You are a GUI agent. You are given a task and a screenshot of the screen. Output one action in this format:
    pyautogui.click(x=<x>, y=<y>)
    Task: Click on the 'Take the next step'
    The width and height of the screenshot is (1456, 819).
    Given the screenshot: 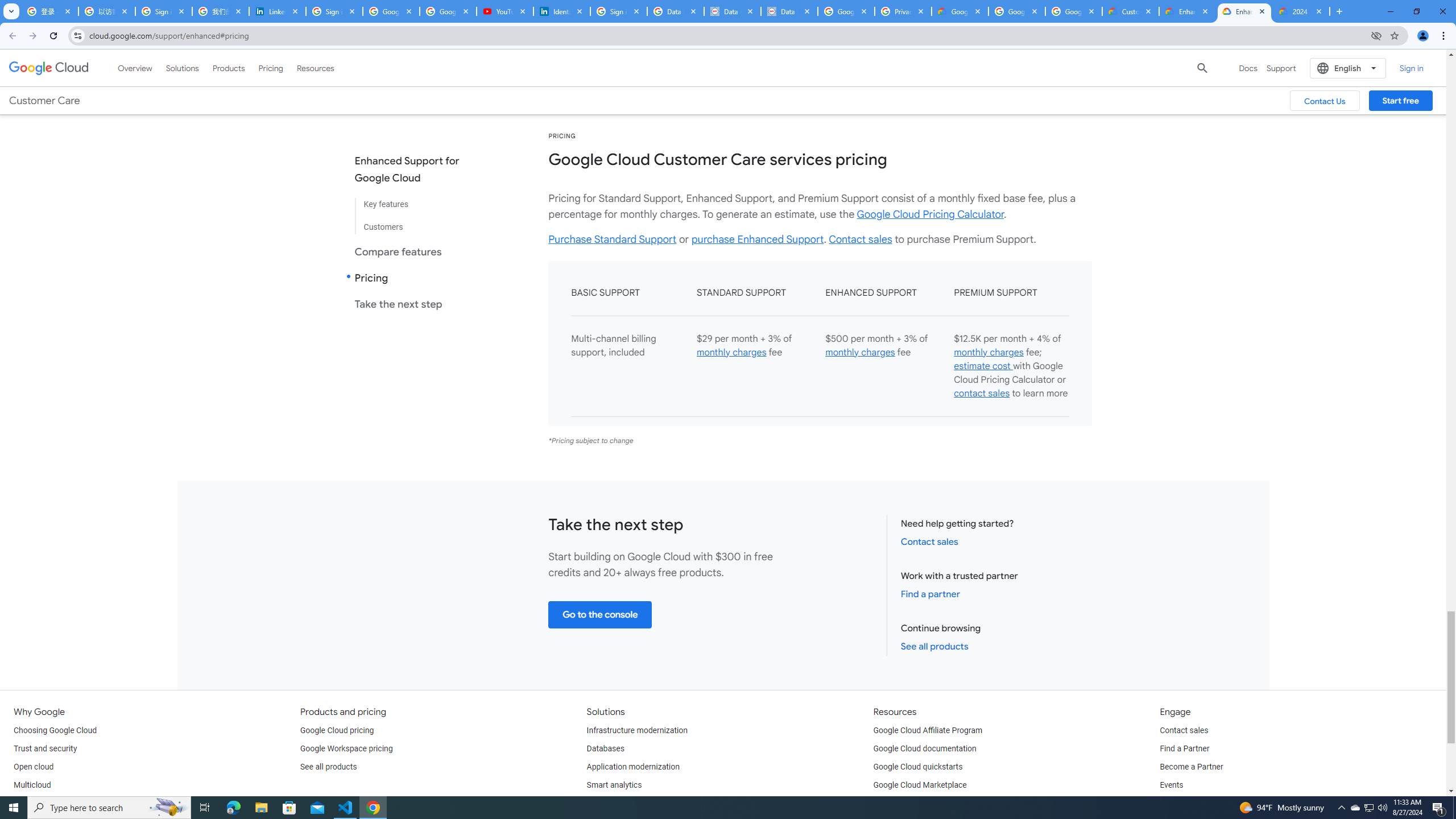 What is the action you would take?
    pyautogui.click(x=416, y=303)
    